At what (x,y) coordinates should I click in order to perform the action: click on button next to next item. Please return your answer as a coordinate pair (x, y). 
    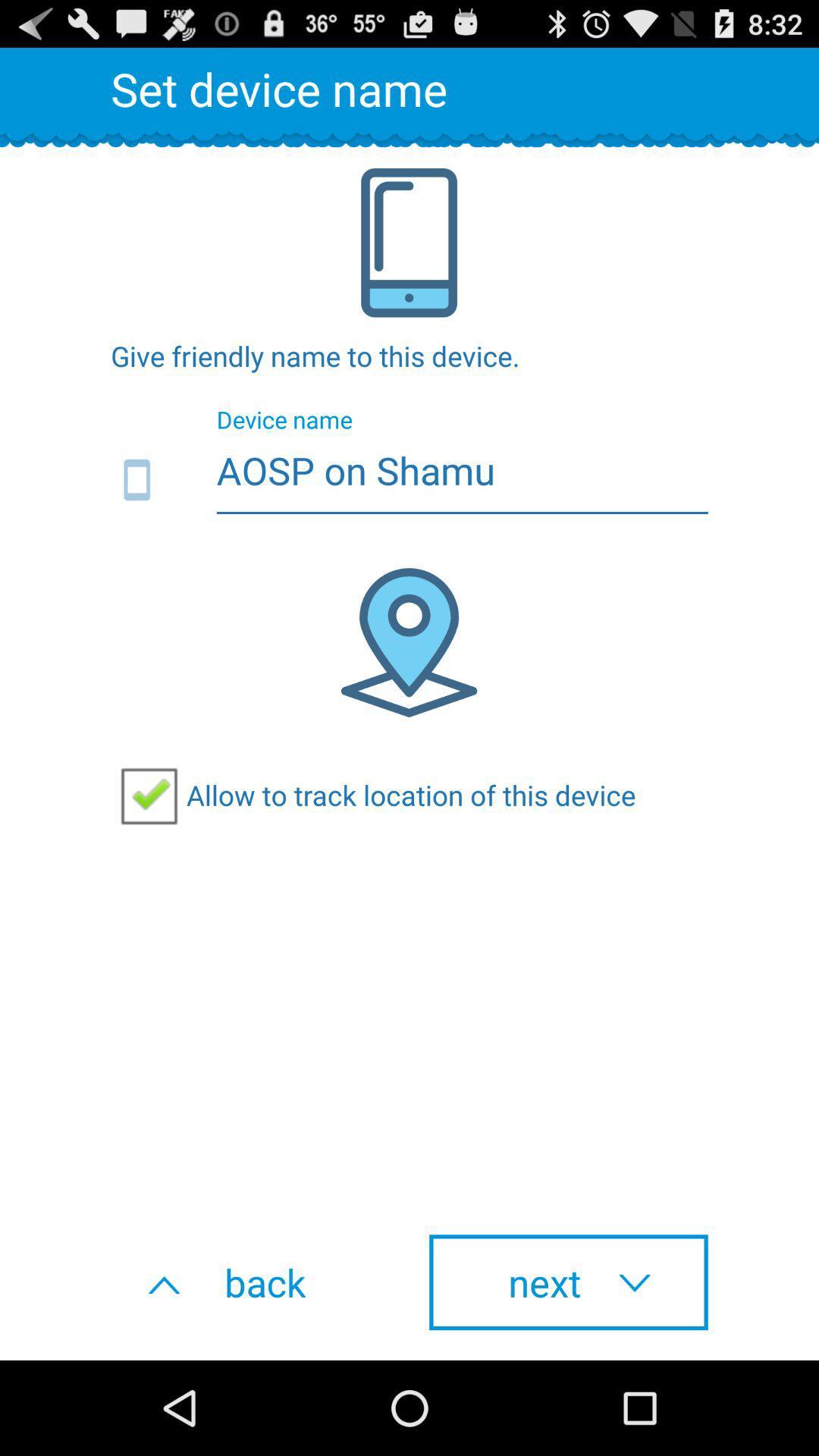
    Looking at the image, I should click on (249, 1282).